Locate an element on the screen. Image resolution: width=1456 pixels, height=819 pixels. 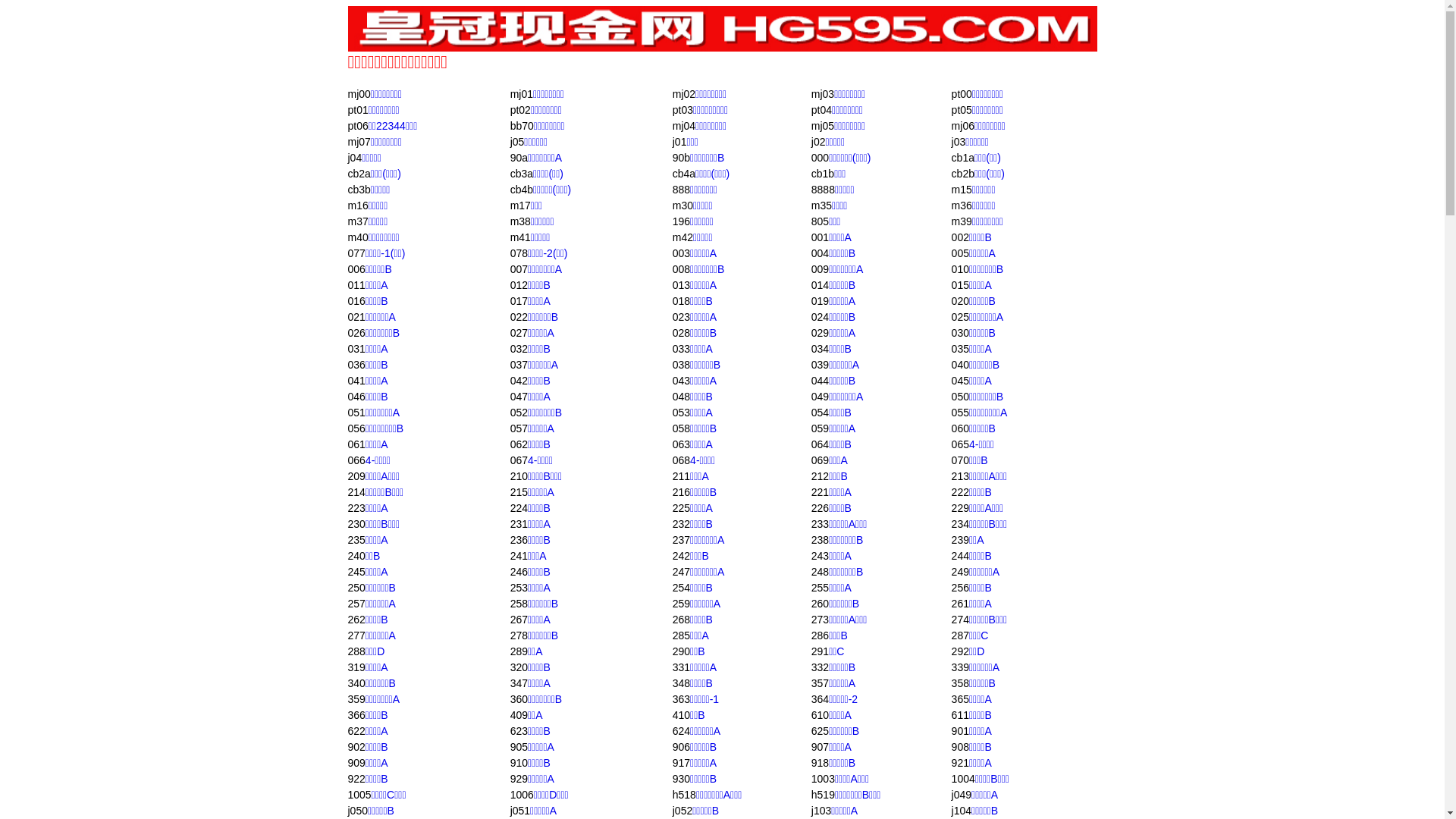
'043' is located at coordinates (680, 379).